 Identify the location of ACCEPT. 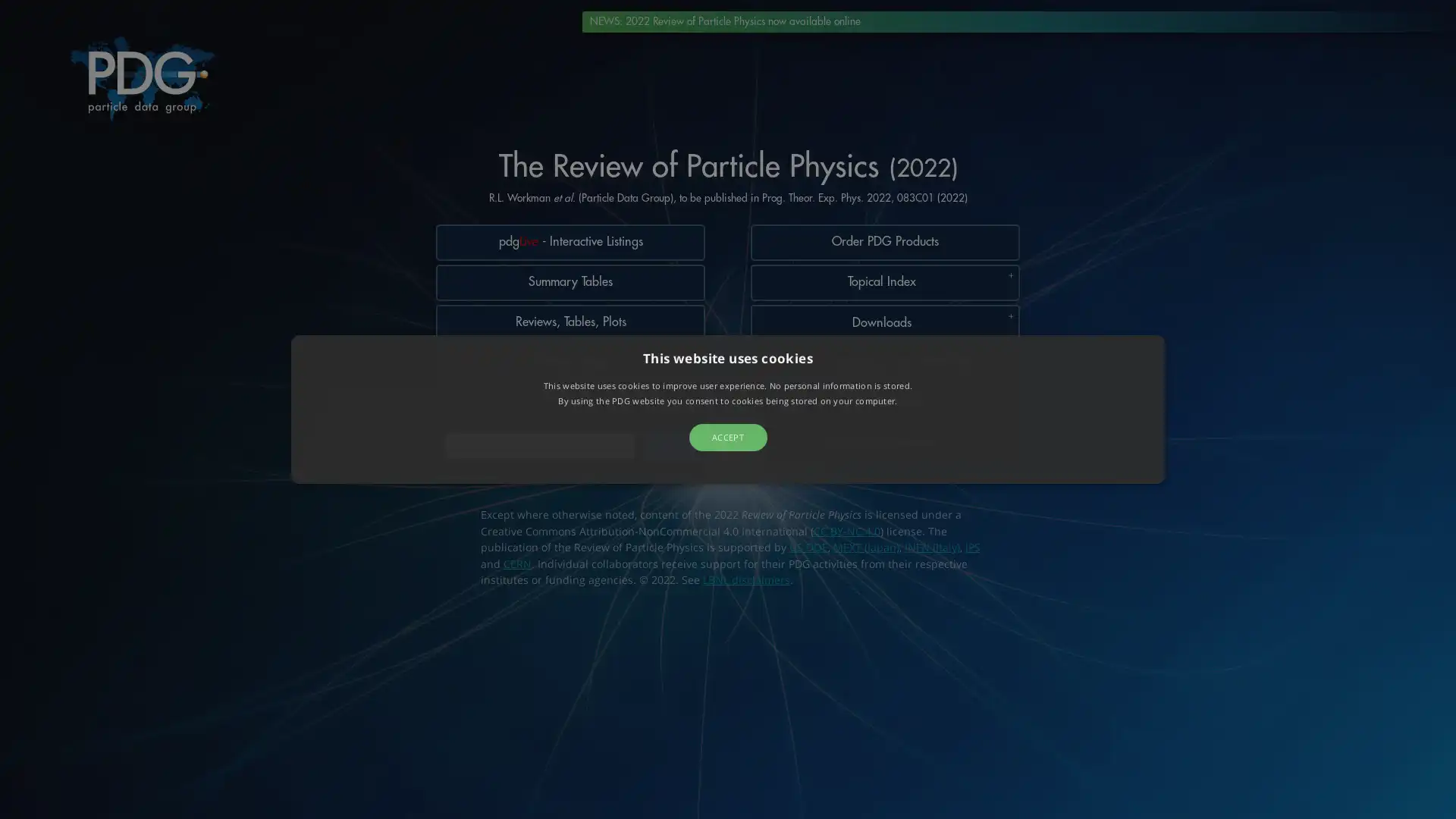
(726, 436).